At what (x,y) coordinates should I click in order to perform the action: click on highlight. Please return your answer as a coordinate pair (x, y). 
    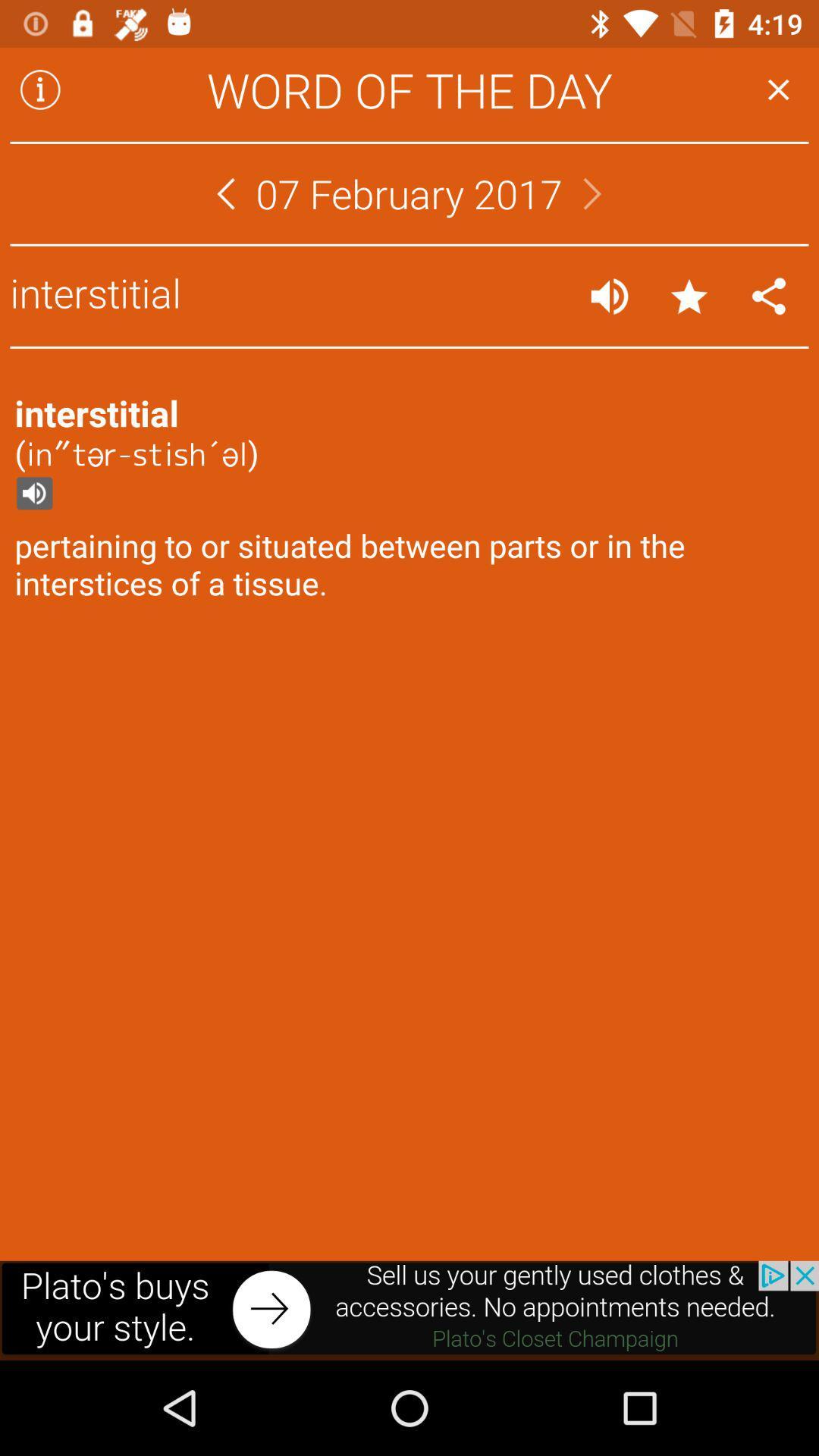
    Looking at the image, I should click on (689, 296).